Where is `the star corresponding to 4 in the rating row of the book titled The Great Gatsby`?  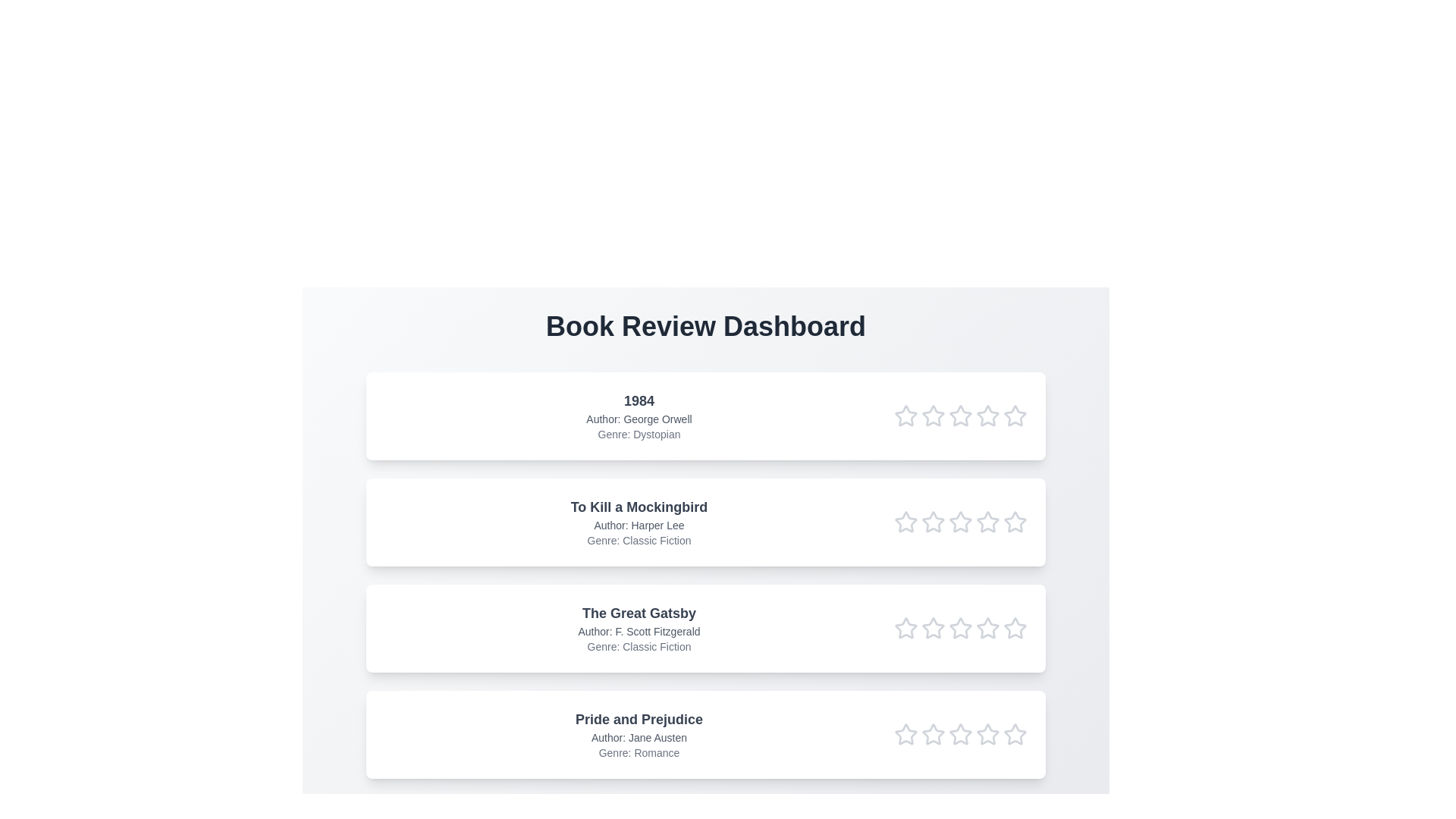
the star corresponding to 4 in the rating row of the book titled The Great Gatsby is located at coordinates (987, 629).